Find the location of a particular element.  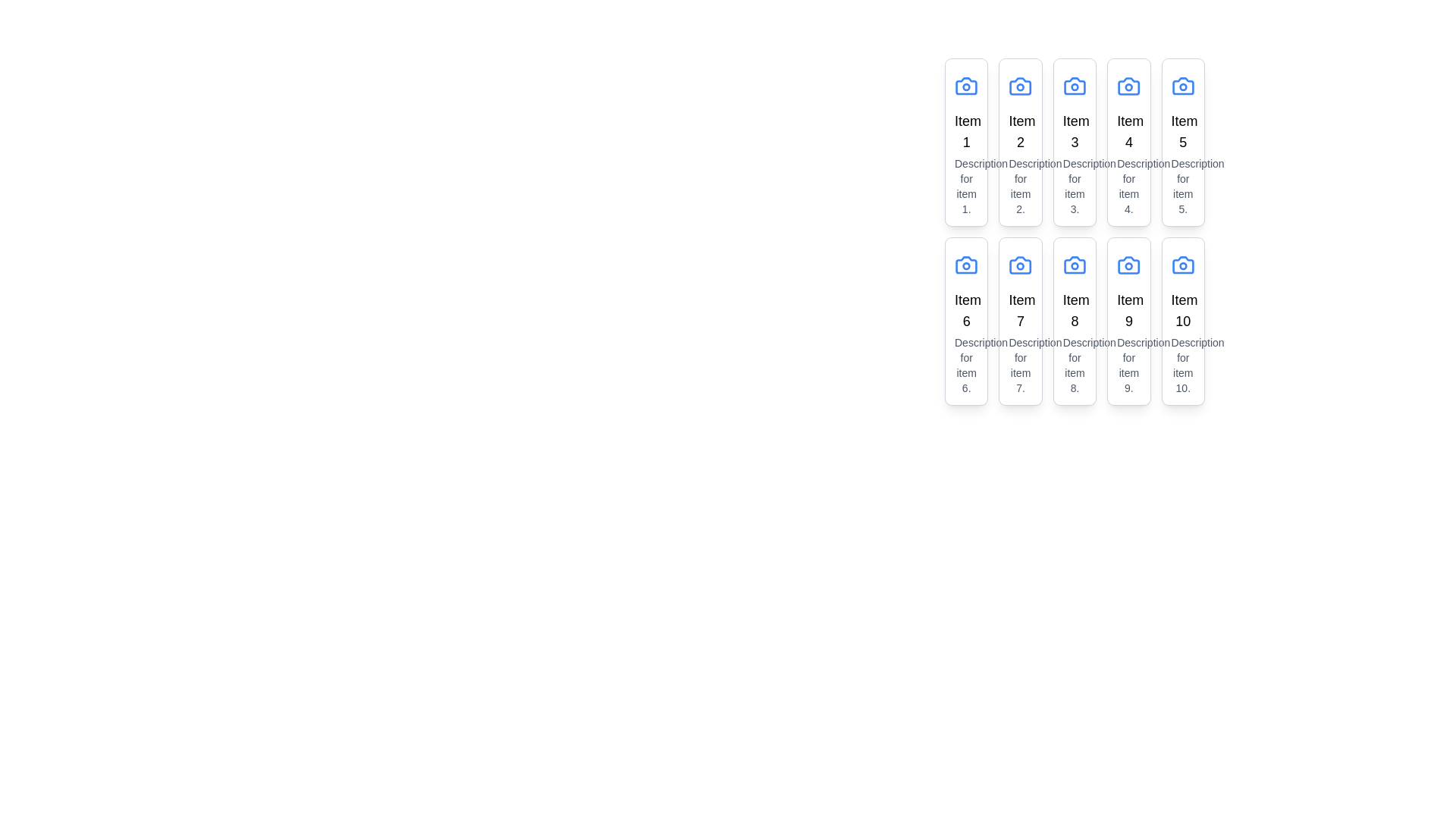

the camera icon located in the second row and third column of the grid layout is located at coordinates (1074, 265).